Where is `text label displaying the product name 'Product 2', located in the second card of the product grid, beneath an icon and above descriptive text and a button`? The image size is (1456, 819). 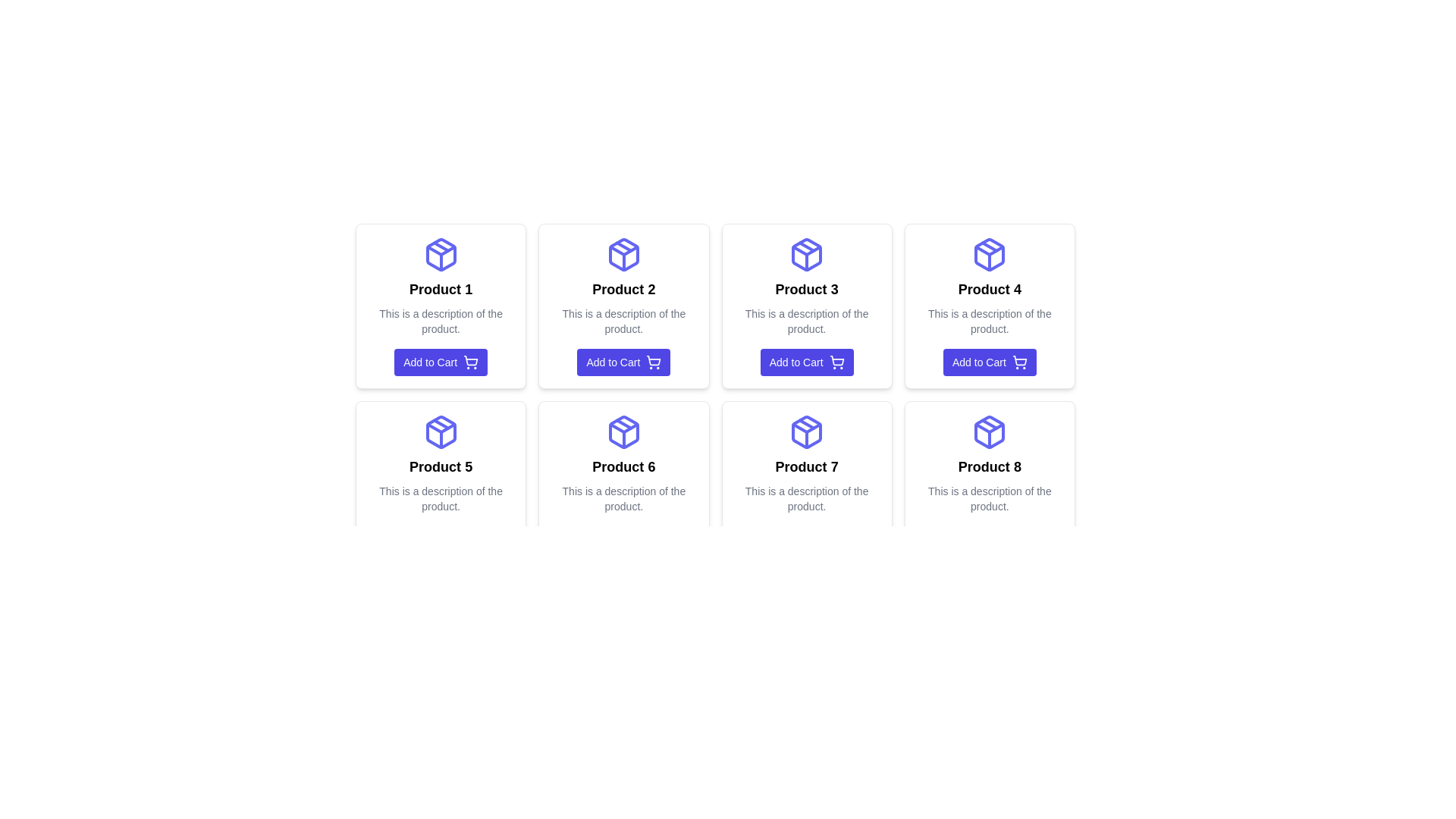
text label displaying the product name 'Product 2', located in the second card of the product grid, beneath an icon and above descriptive text and a button is located at coordinates (623, 289).